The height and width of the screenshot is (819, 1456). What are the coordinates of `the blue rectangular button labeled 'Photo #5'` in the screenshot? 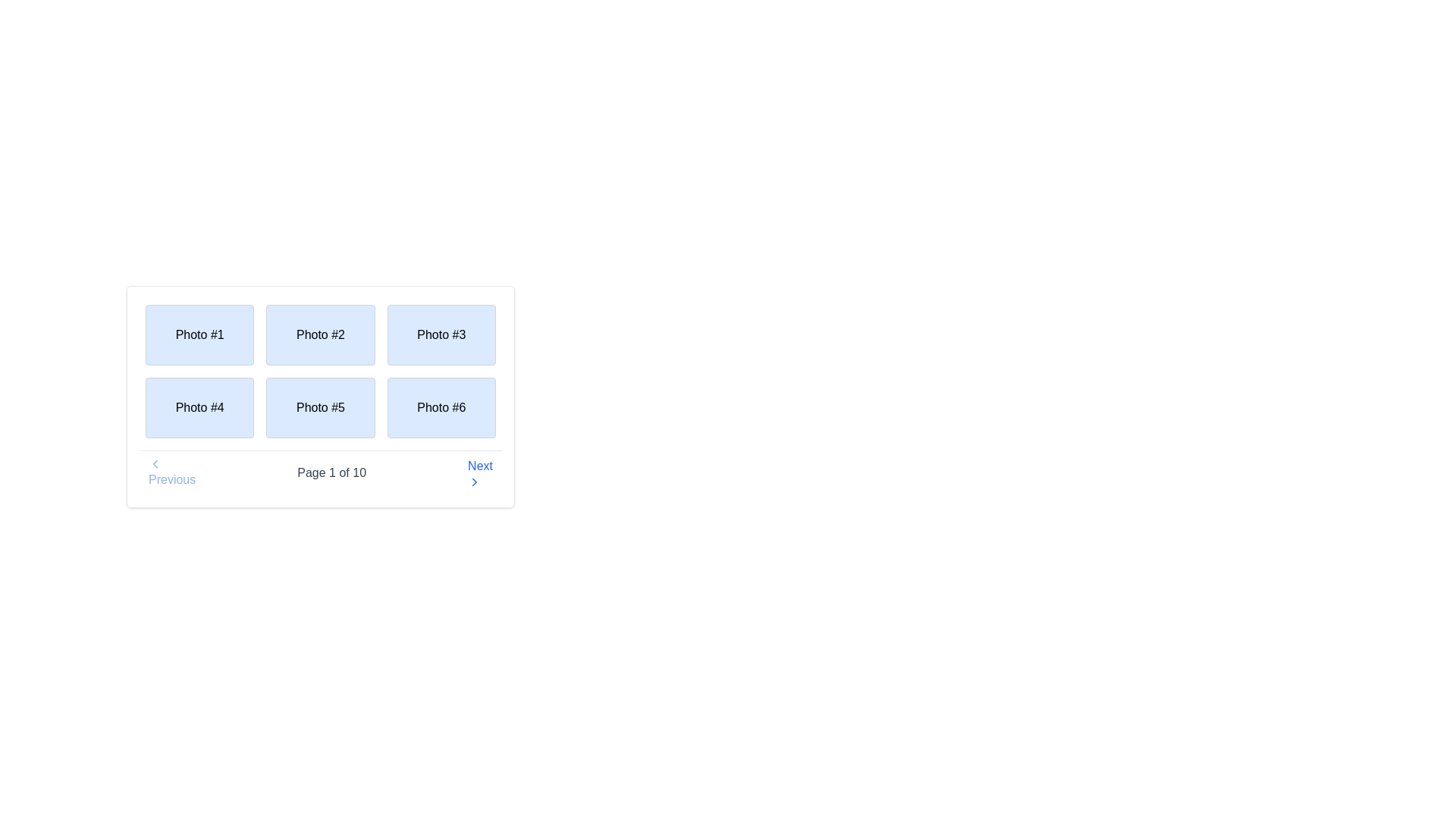 It's located at (319, 396).